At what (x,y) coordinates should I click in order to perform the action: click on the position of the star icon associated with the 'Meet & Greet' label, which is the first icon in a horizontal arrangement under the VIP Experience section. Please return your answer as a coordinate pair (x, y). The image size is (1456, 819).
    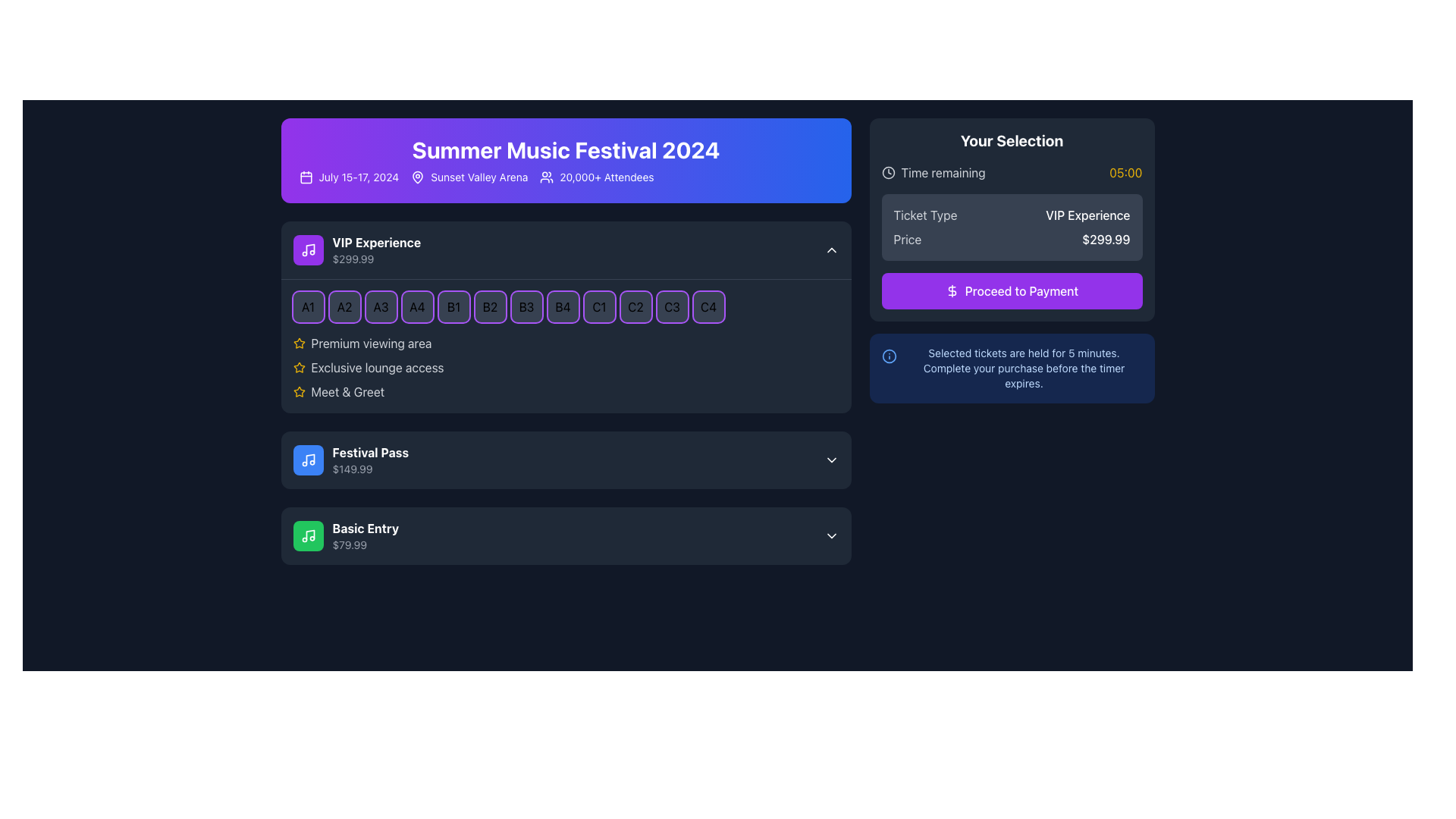
    Looking at the image, I should click on (299, 391).